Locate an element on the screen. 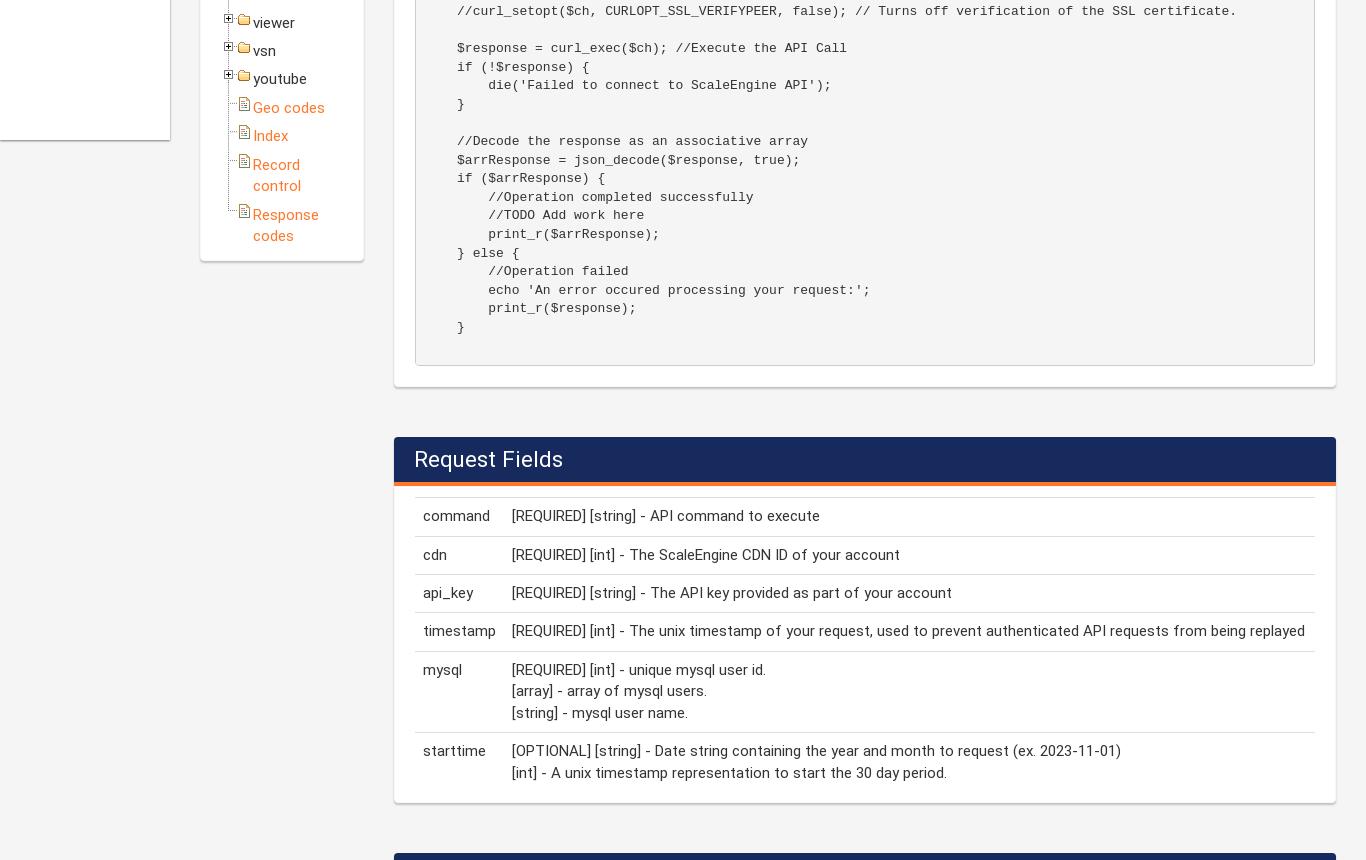 The image size is (1366, 860). '[REQUIRED] [int] - The unix timestamp of your request, used to
                    prevent authenticated API requests from being replayed' is located at coordinates (907, 629).